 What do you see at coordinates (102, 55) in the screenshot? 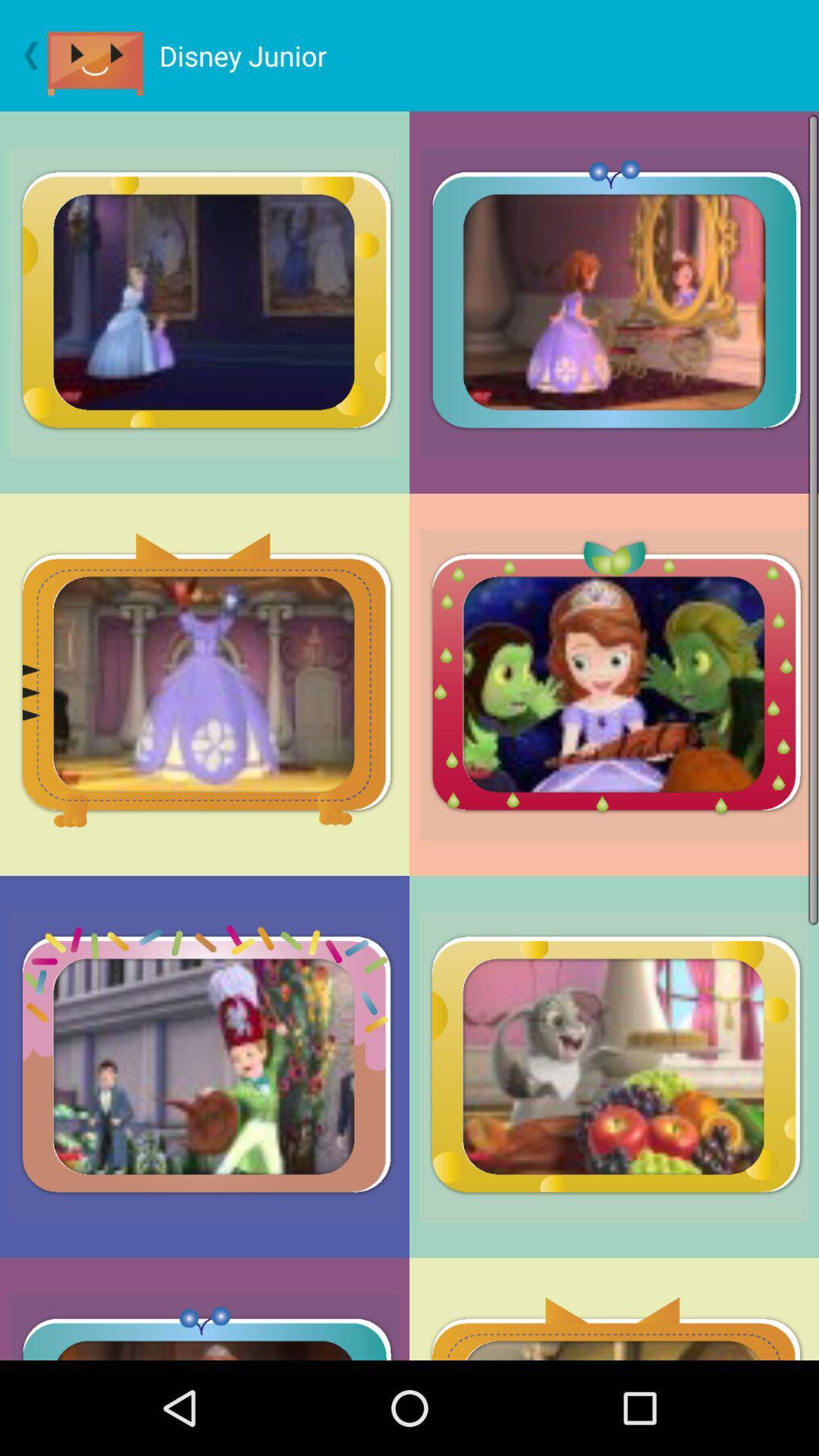
I see `item to the left of disney junior icon` at bounding box center [102, 55].